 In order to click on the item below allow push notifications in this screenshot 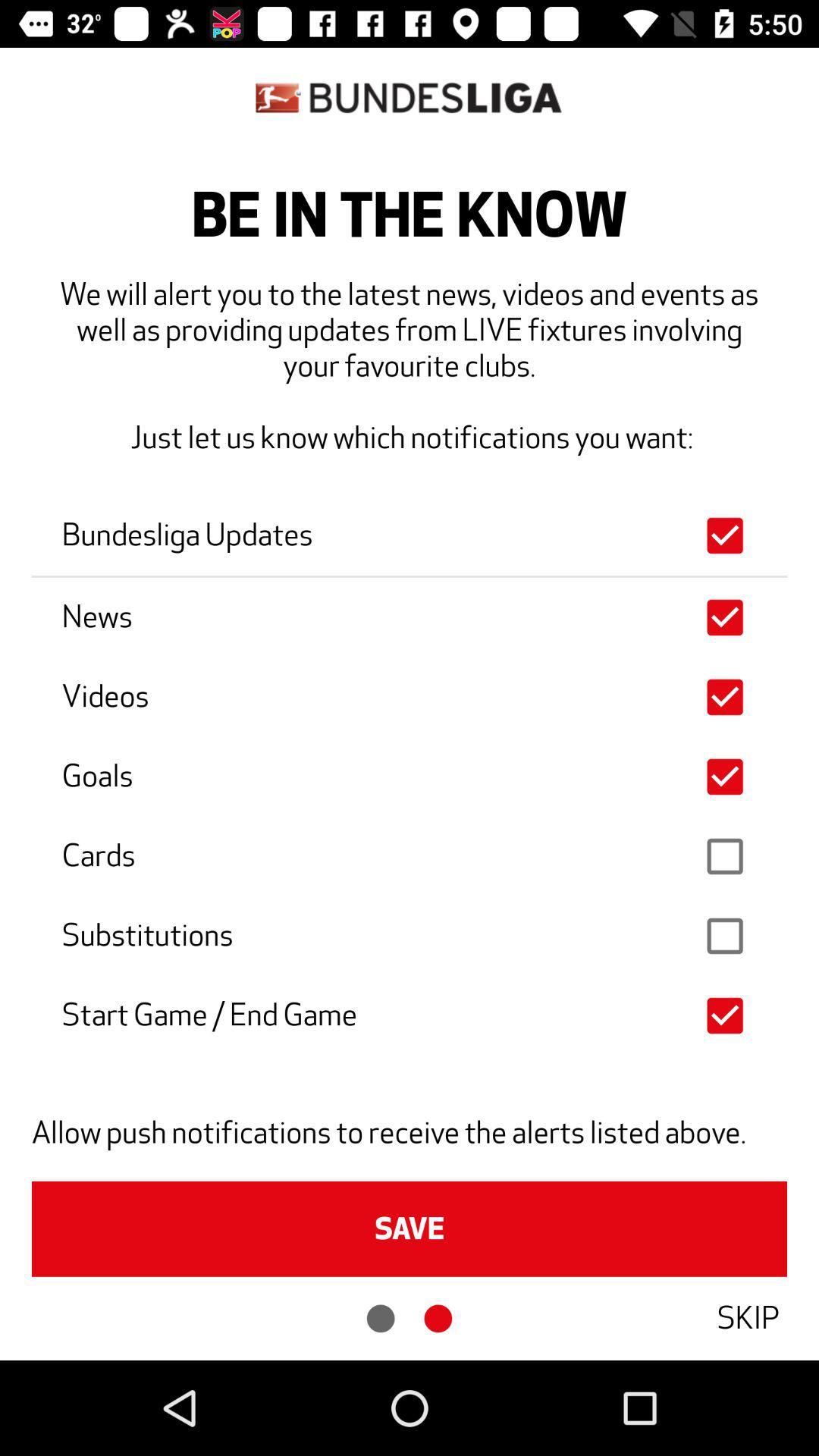, I will do `click(409, 1228)`.